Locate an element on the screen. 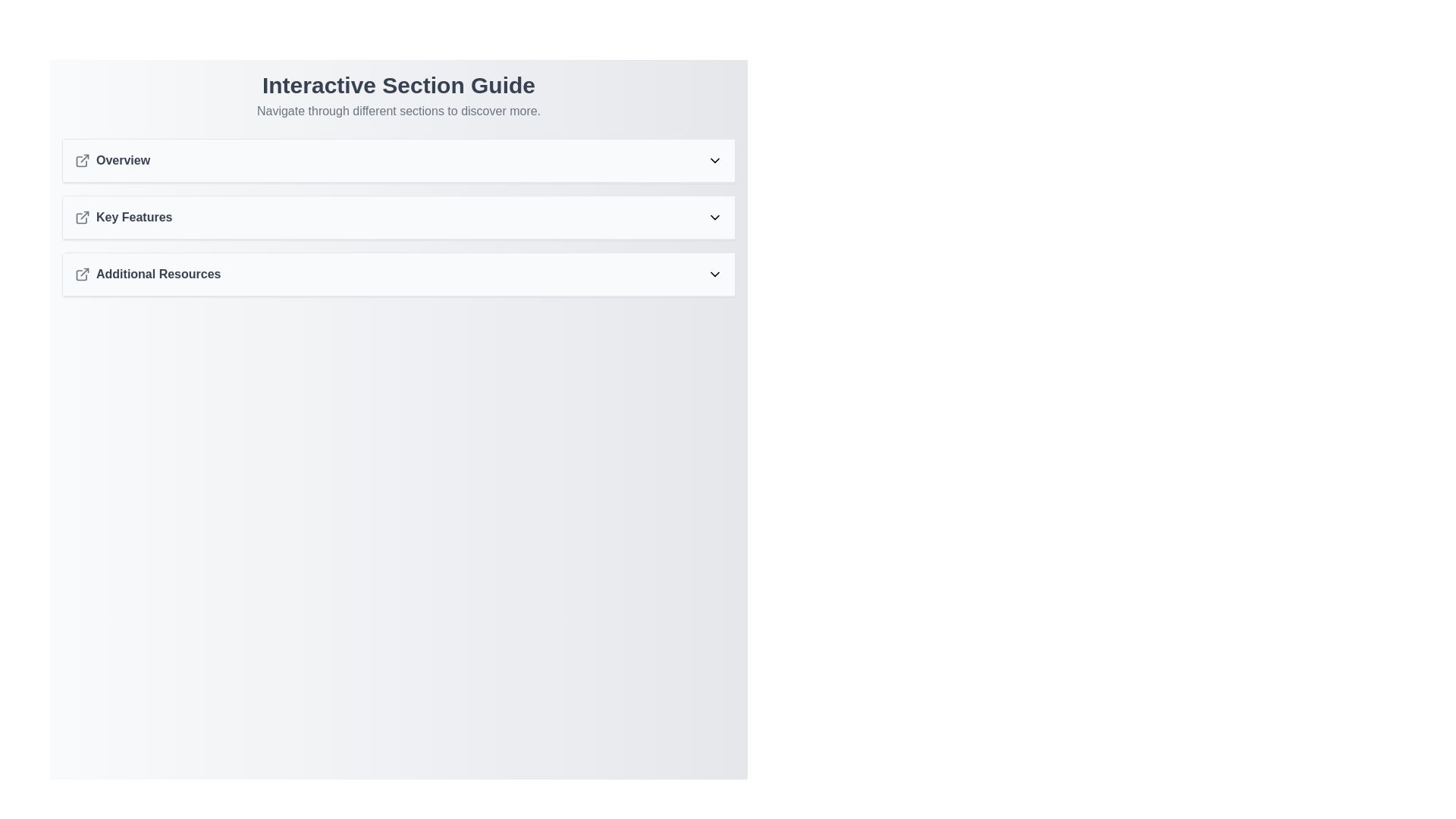 The image size is (1456, 819). the downward-facing chevron icon button on the right side of the 'Overview' section is located at coordinates (714, 161).